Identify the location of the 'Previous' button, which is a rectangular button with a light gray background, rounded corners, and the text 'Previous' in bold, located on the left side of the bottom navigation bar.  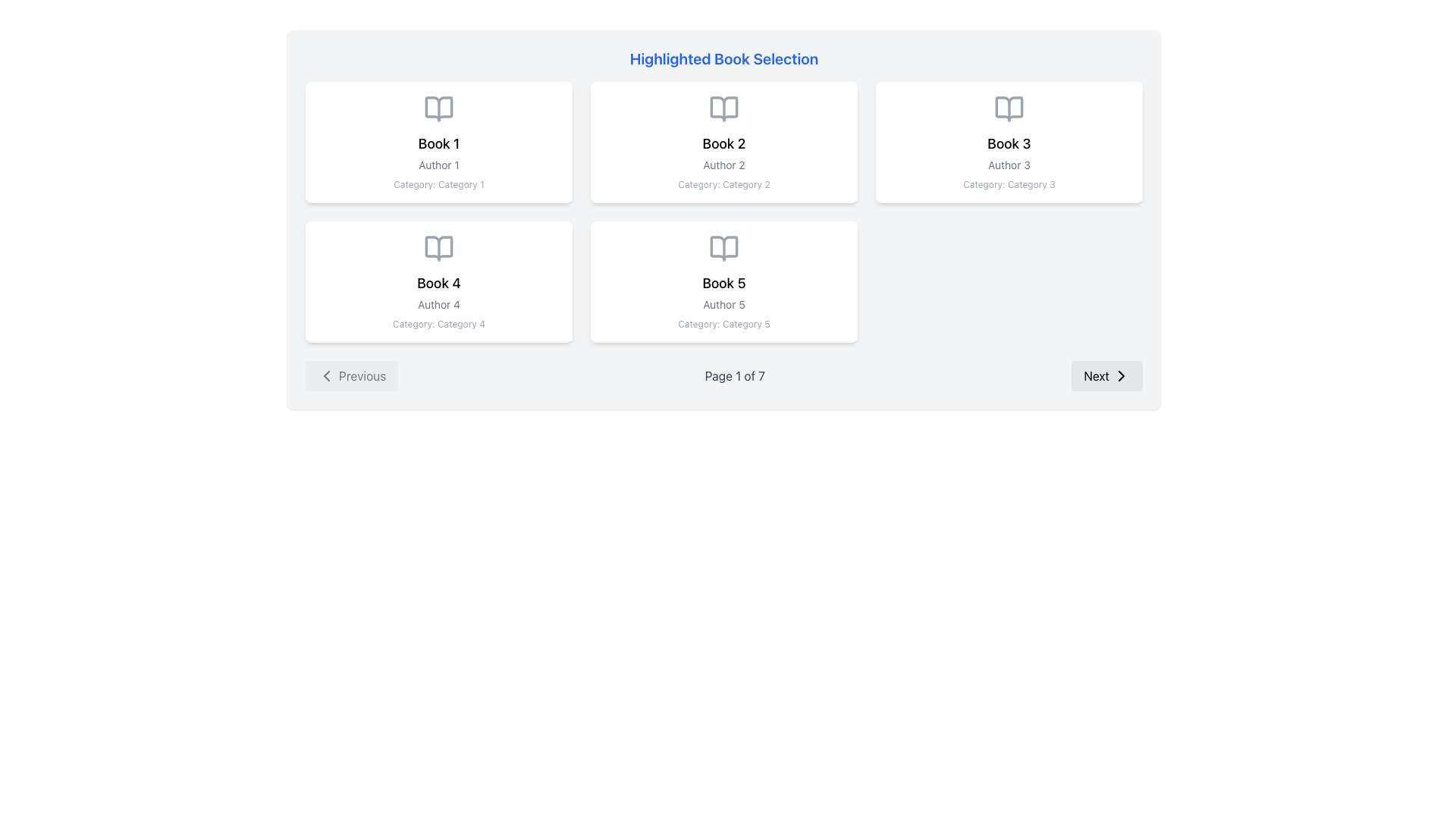
(351, 375).